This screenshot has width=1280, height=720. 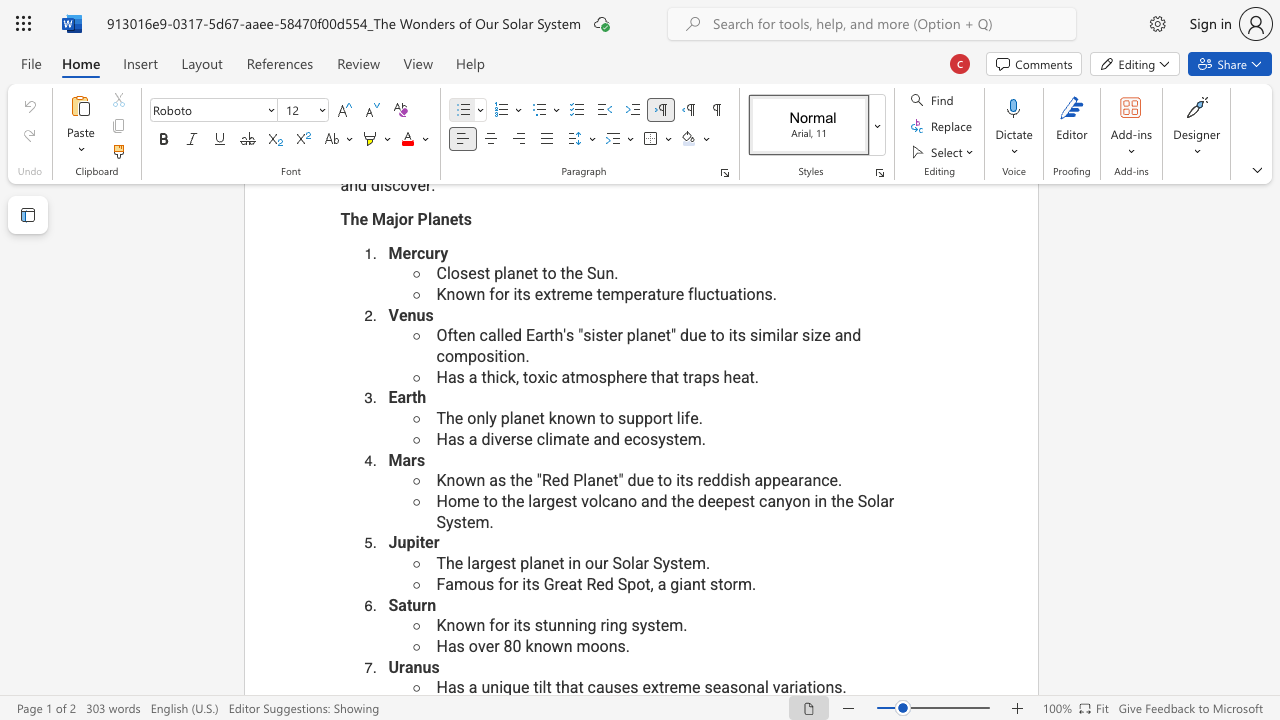 I want to click on the space between the continuous character "g" and "i" in the text, so click(x=678, y=584).